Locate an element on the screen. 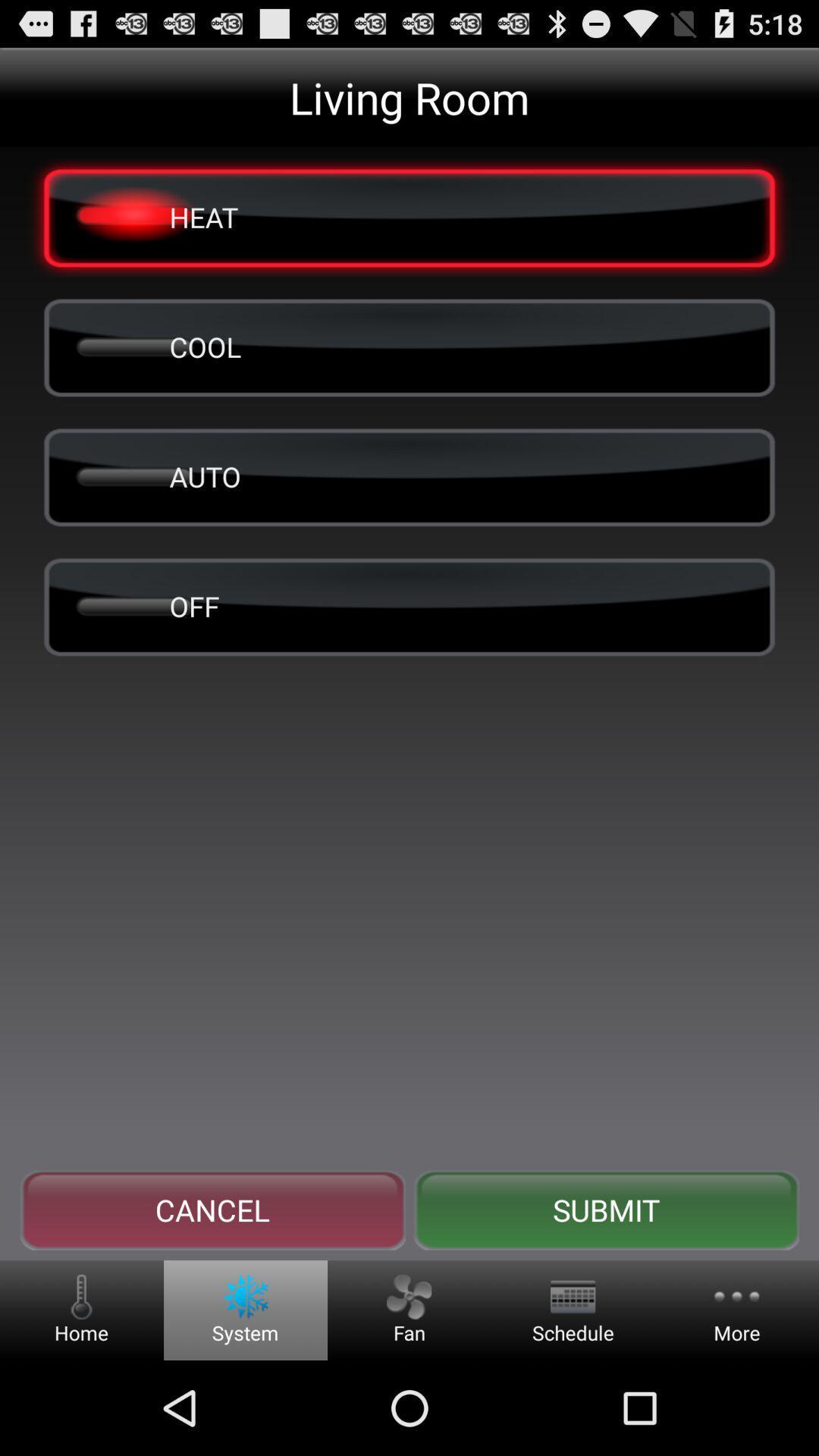 The width and height of the screenshot is (819, 1456). icon to the left of the submit button is located at coordinates (212, 1210).